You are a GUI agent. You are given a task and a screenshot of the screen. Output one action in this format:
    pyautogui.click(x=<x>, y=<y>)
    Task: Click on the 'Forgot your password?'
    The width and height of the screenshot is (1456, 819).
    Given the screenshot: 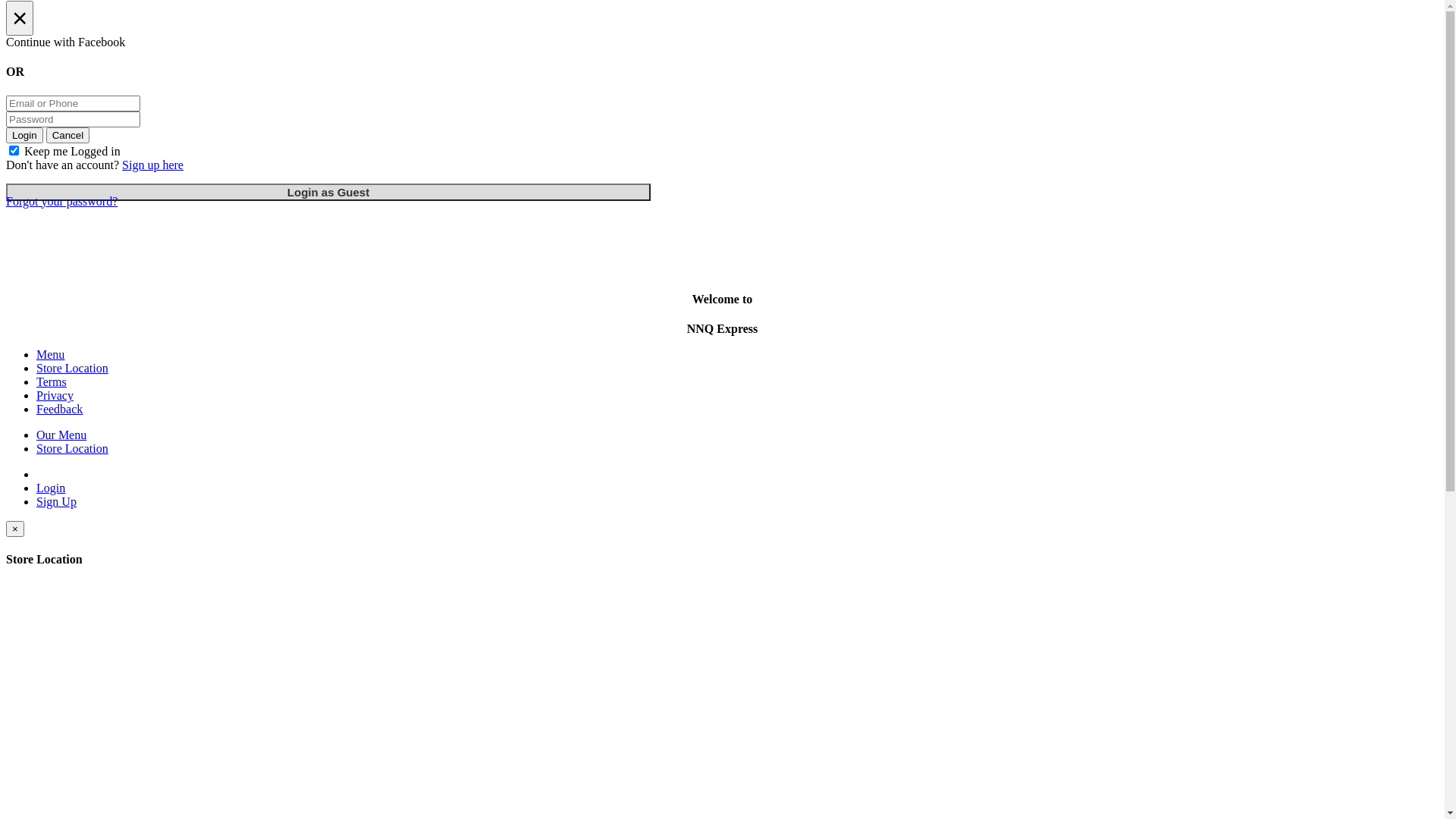 What is the action you would take?
    pyautogui.click(x=61, y=200)
    